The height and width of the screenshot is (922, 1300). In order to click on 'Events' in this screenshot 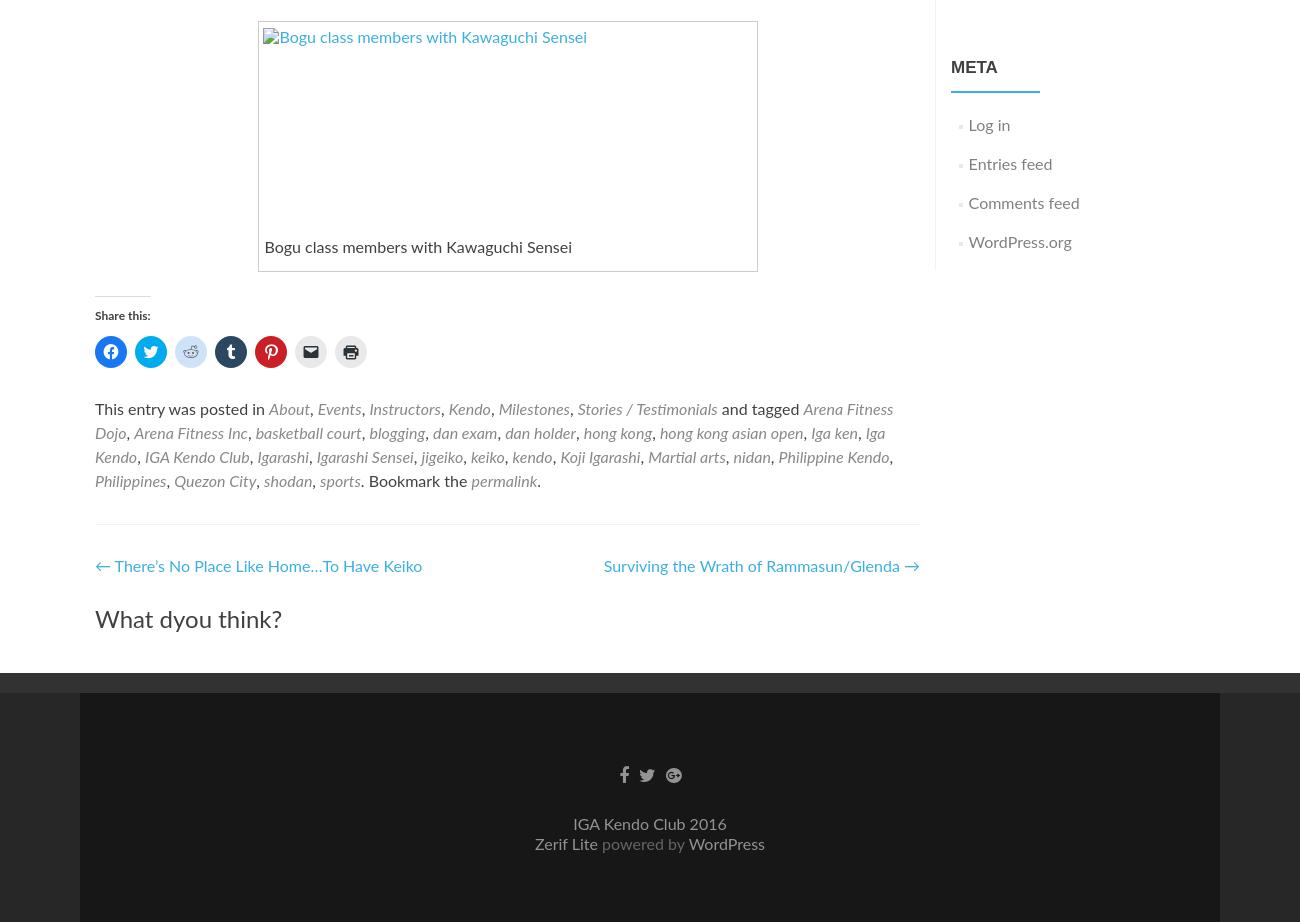, I will do `click(338, 407)`.